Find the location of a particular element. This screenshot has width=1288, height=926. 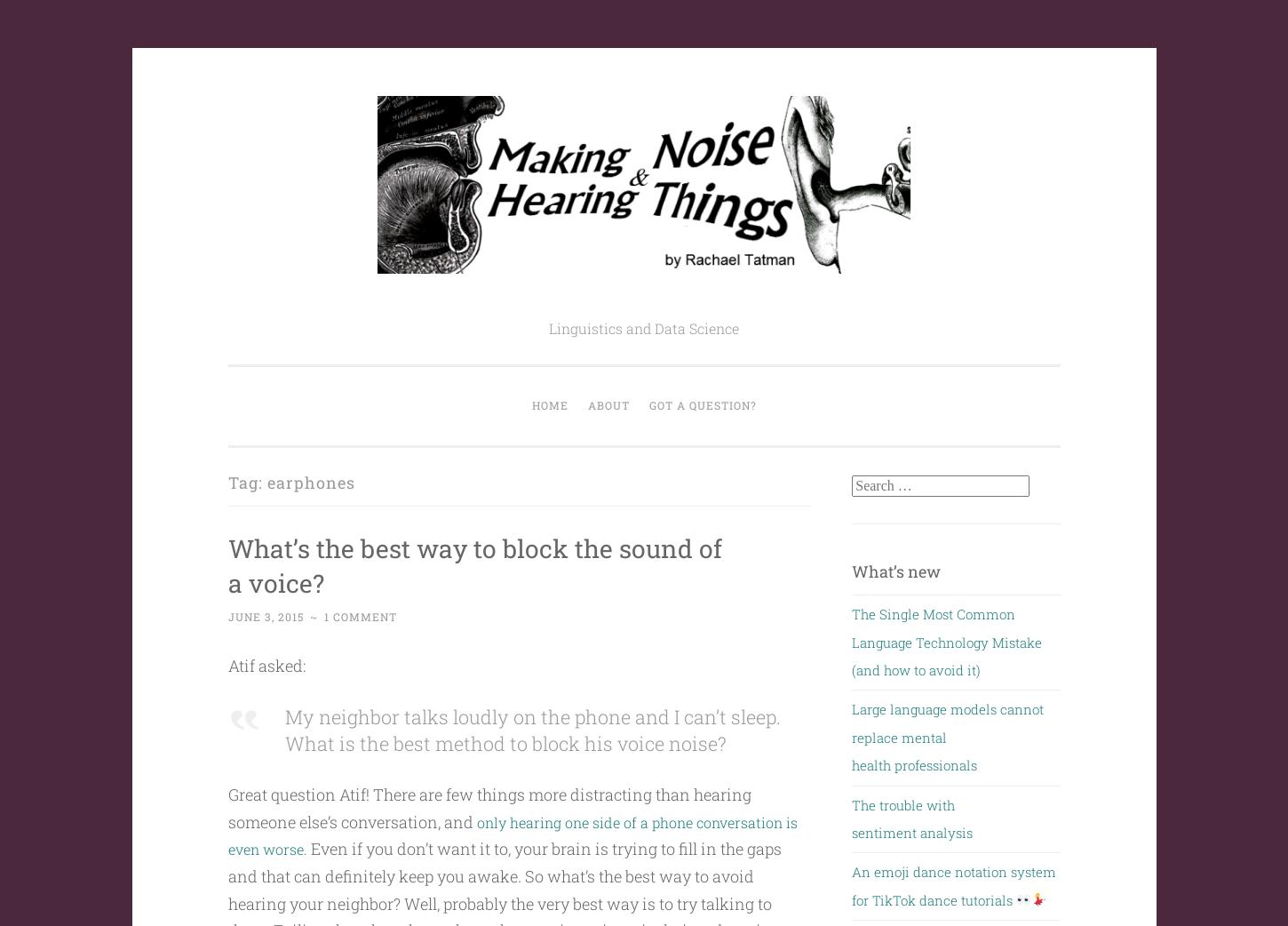

'My neighbor talks loudly on the phone and I can’t sleep. What is the best method to block his voice noise?' is located at coordinates (531, 729).